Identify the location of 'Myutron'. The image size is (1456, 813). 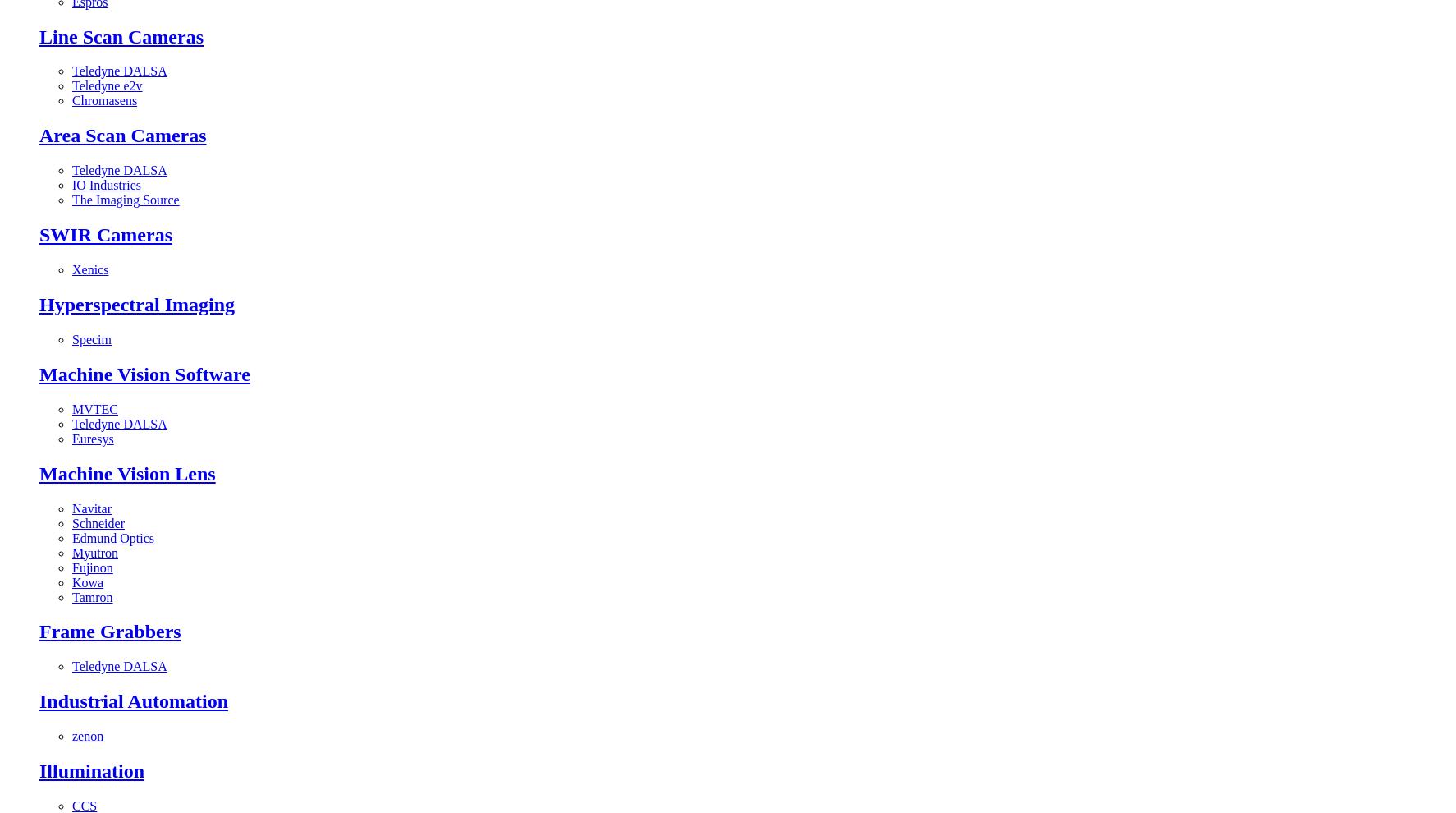
(71, 552).